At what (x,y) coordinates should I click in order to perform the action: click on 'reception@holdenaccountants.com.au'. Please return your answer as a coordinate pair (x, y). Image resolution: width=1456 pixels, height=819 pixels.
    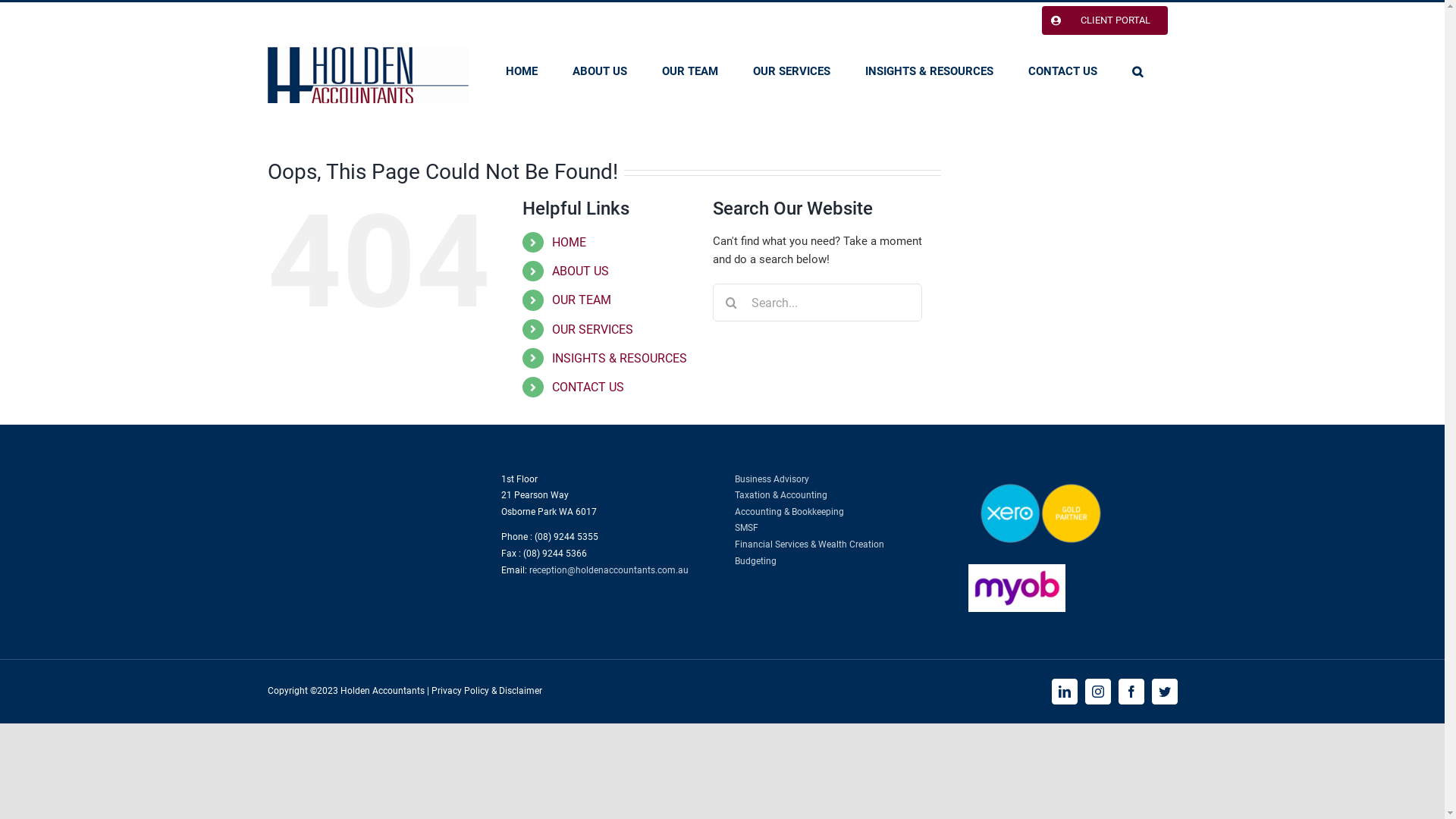
    Looking at the image, I should click on (608, 570).